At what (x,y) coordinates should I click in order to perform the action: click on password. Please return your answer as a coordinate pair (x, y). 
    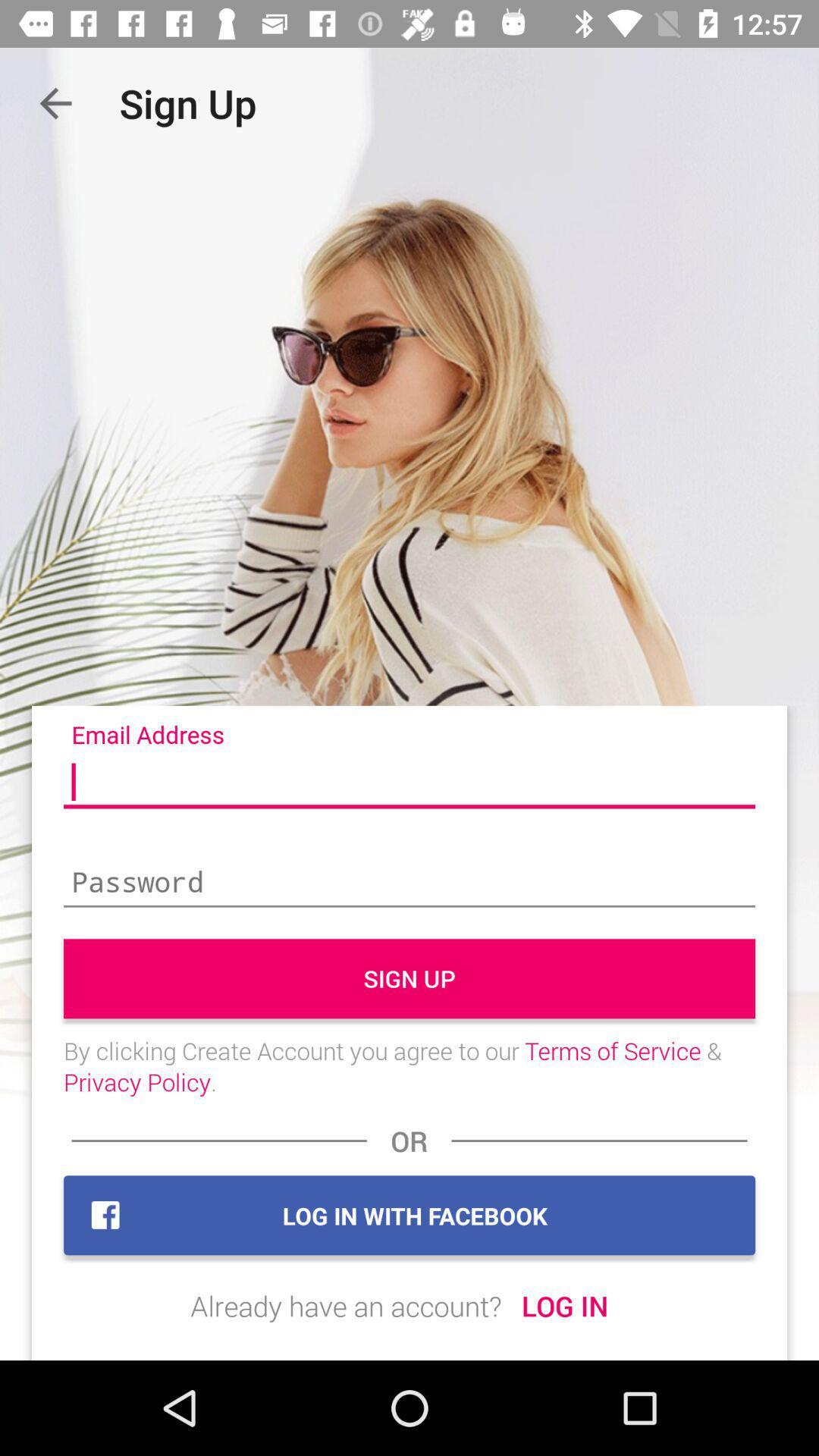
    Looking at the image, I should click on (409, 883).